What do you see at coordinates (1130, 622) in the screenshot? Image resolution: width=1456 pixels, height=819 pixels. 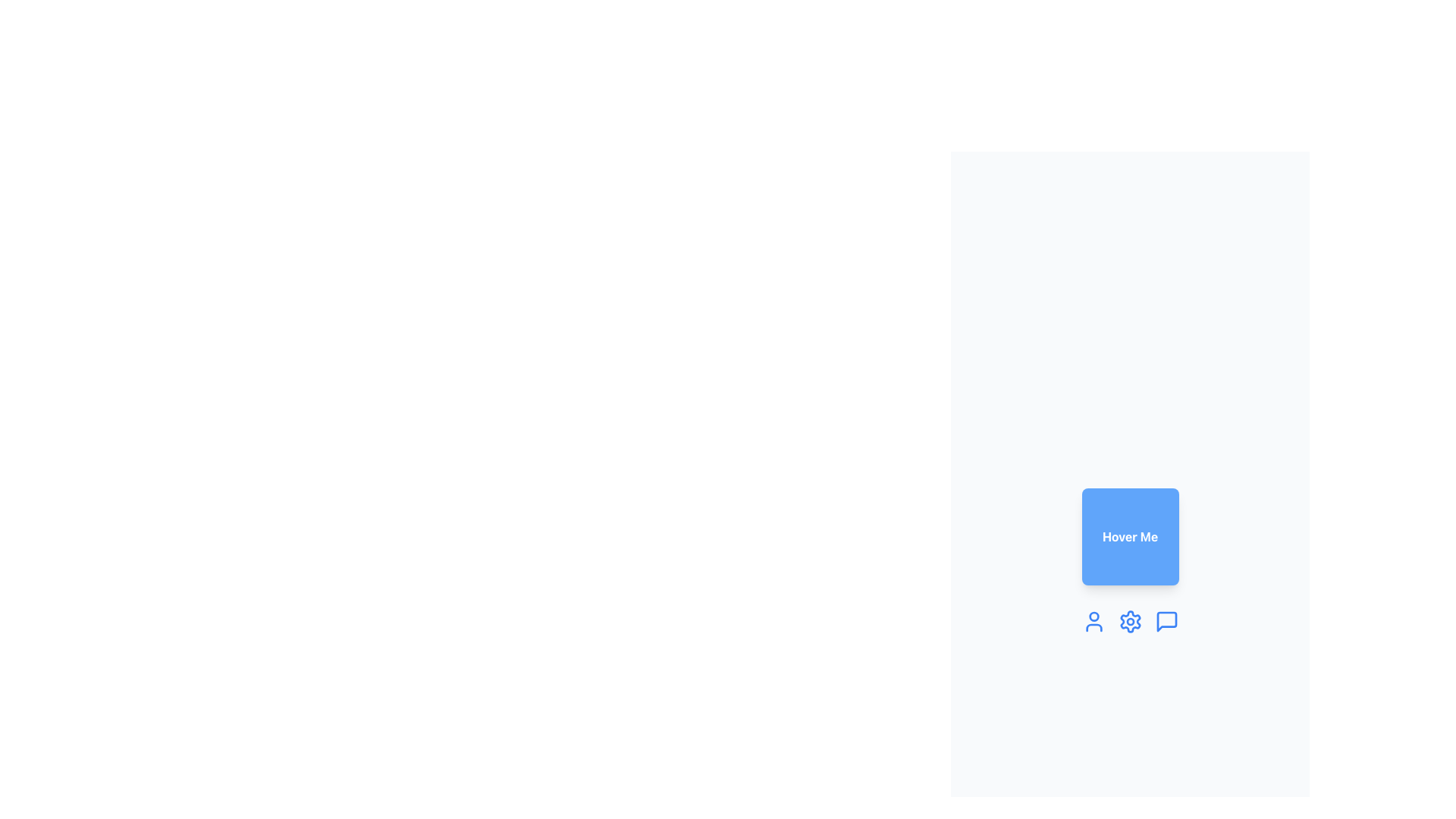 I see `the gear-shaped icon located between the user icon and the speech bubble icon` at bounding box center [1130, 622].